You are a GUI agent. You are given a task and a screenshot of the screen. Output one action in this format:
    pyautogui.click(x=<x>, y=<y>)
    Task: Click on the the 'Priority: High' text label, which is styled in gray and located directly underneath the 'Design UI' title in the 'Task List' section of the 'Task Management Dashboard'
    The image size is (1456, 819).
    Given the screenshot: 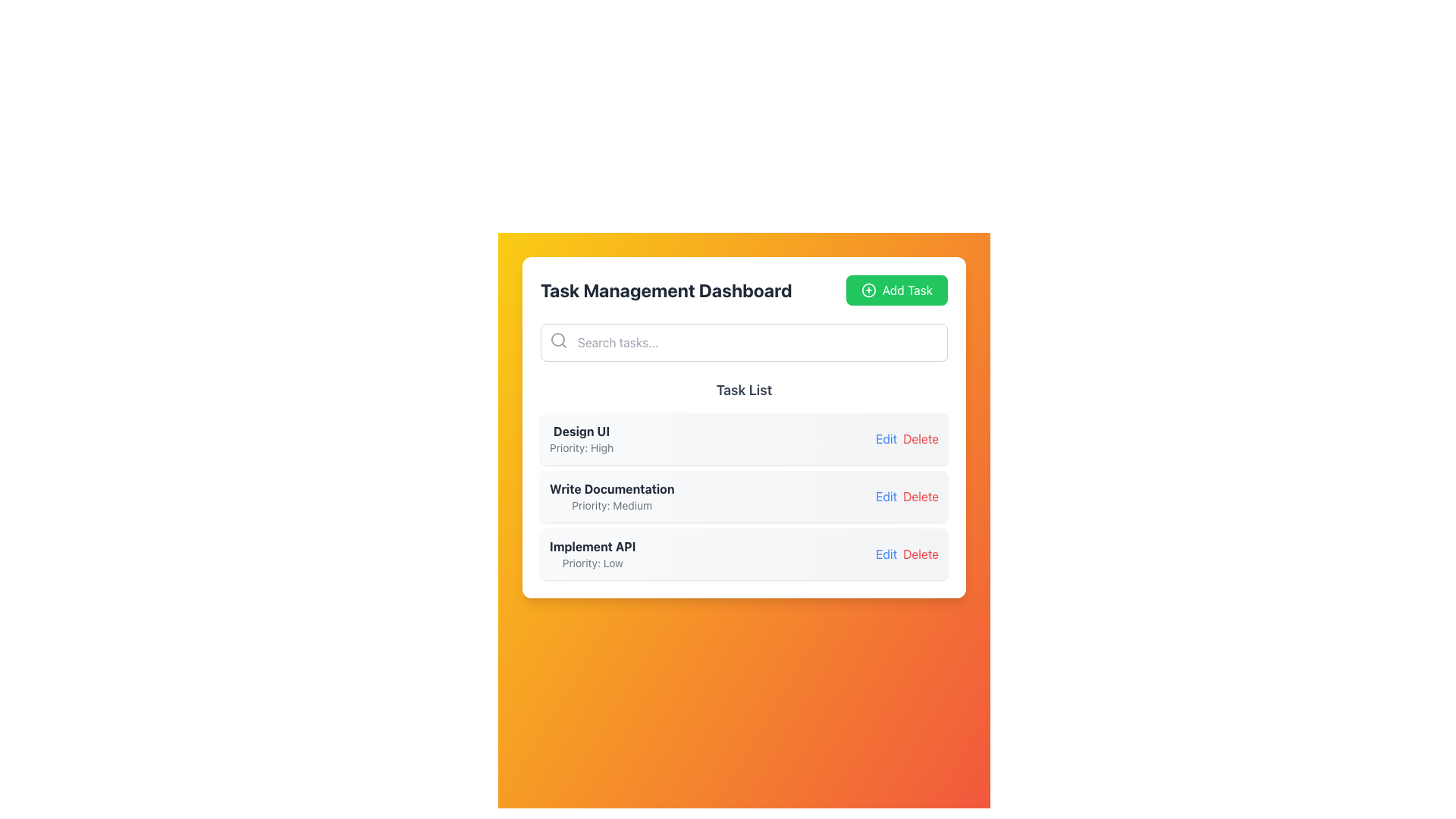 What is the action you would take?
    pyautogui.click(x=581, y=447)
    